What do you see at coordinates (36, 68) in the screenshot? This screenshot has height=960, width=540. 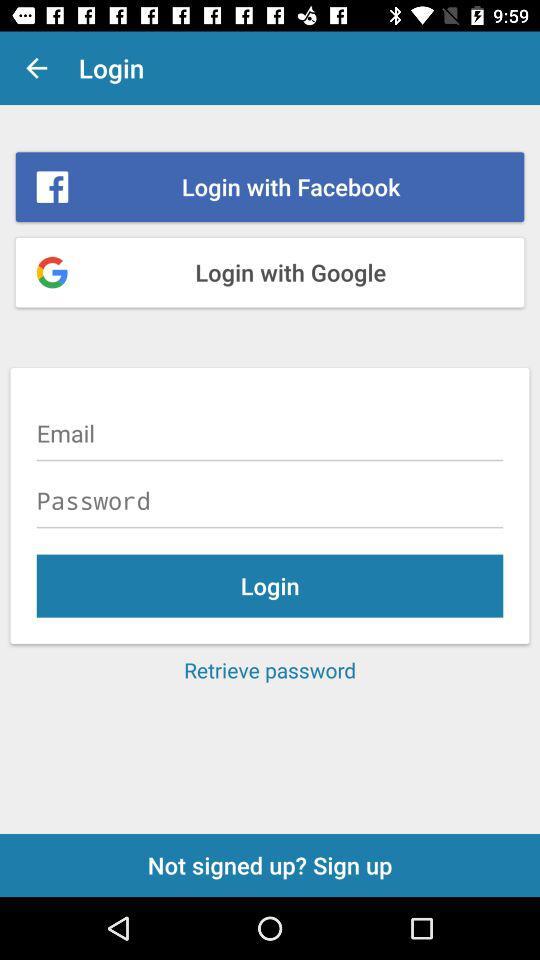 I see `icon above login with facebook icon` at bounding box center [36, 68].